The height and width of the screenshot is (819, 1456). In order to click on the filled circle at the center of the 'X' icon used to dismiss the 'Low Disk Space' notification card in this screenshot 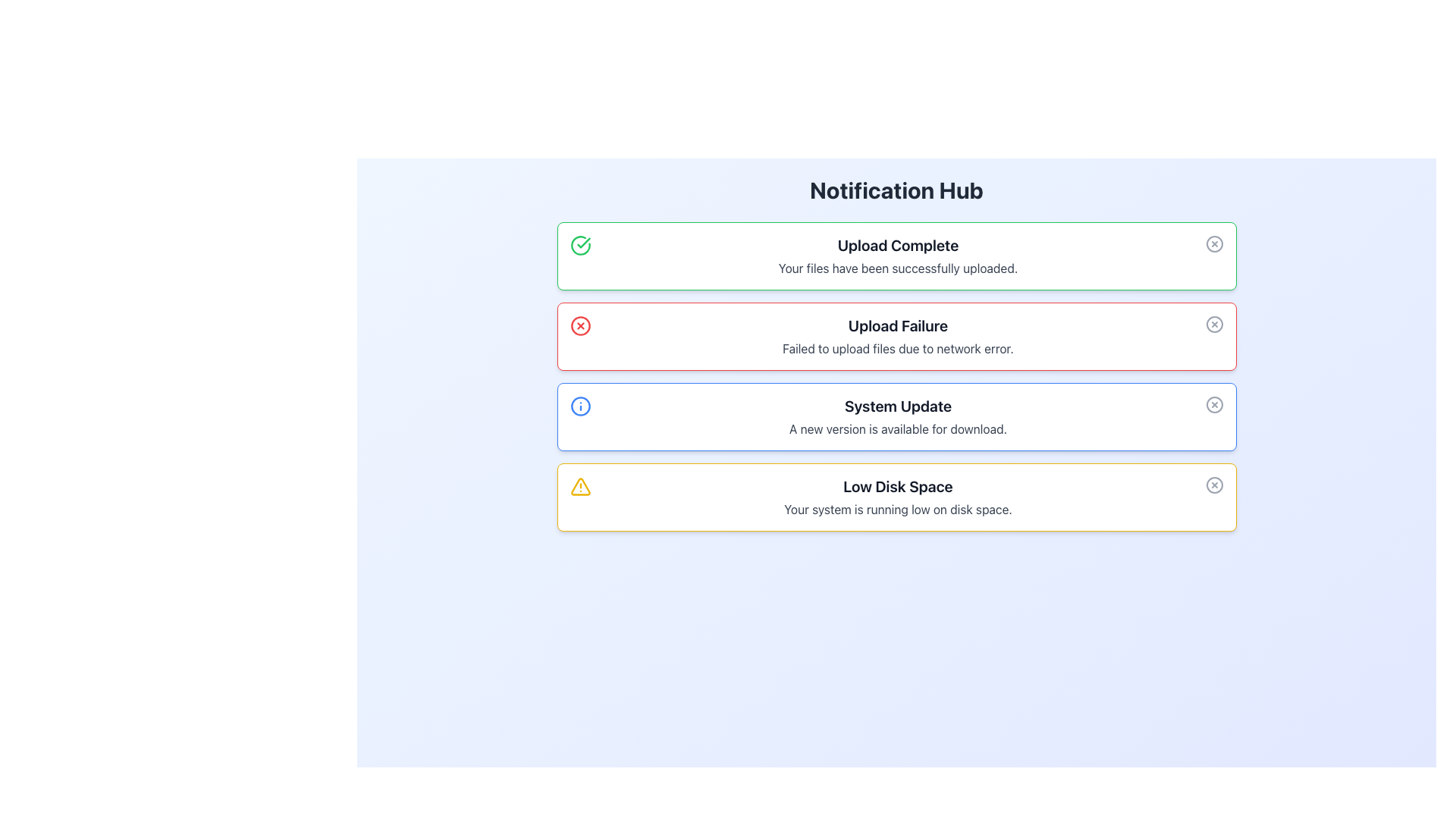, I will do `click(1214, 485)`.